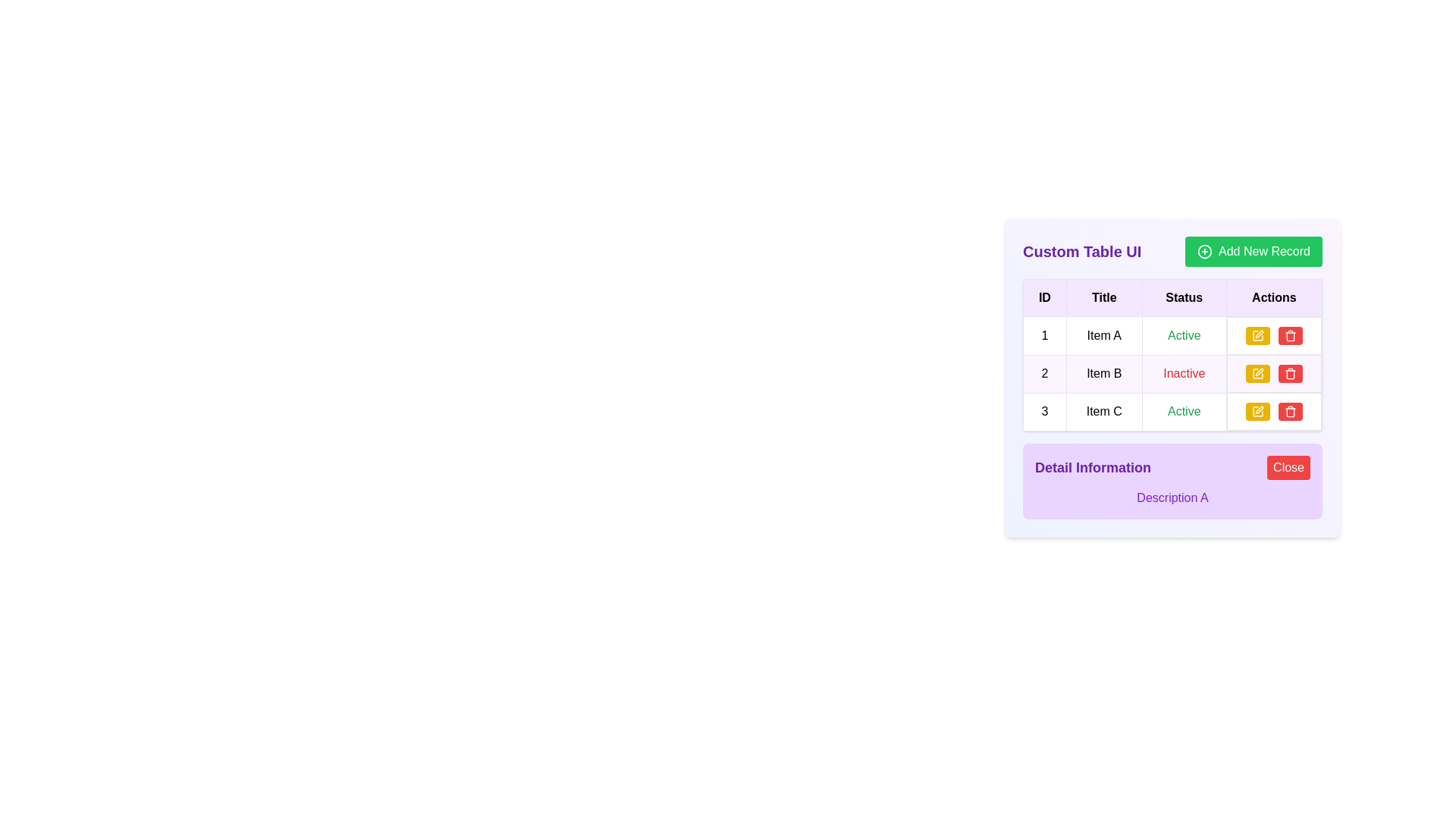 This screenshot has width=1456, height=819. What do you see at coordinates (1290, 335) in the screenshot?
I see `the delete button with an icon located in the Actions column of the third row in the table for keyboard navigation` at bounding box center [1290, 335].